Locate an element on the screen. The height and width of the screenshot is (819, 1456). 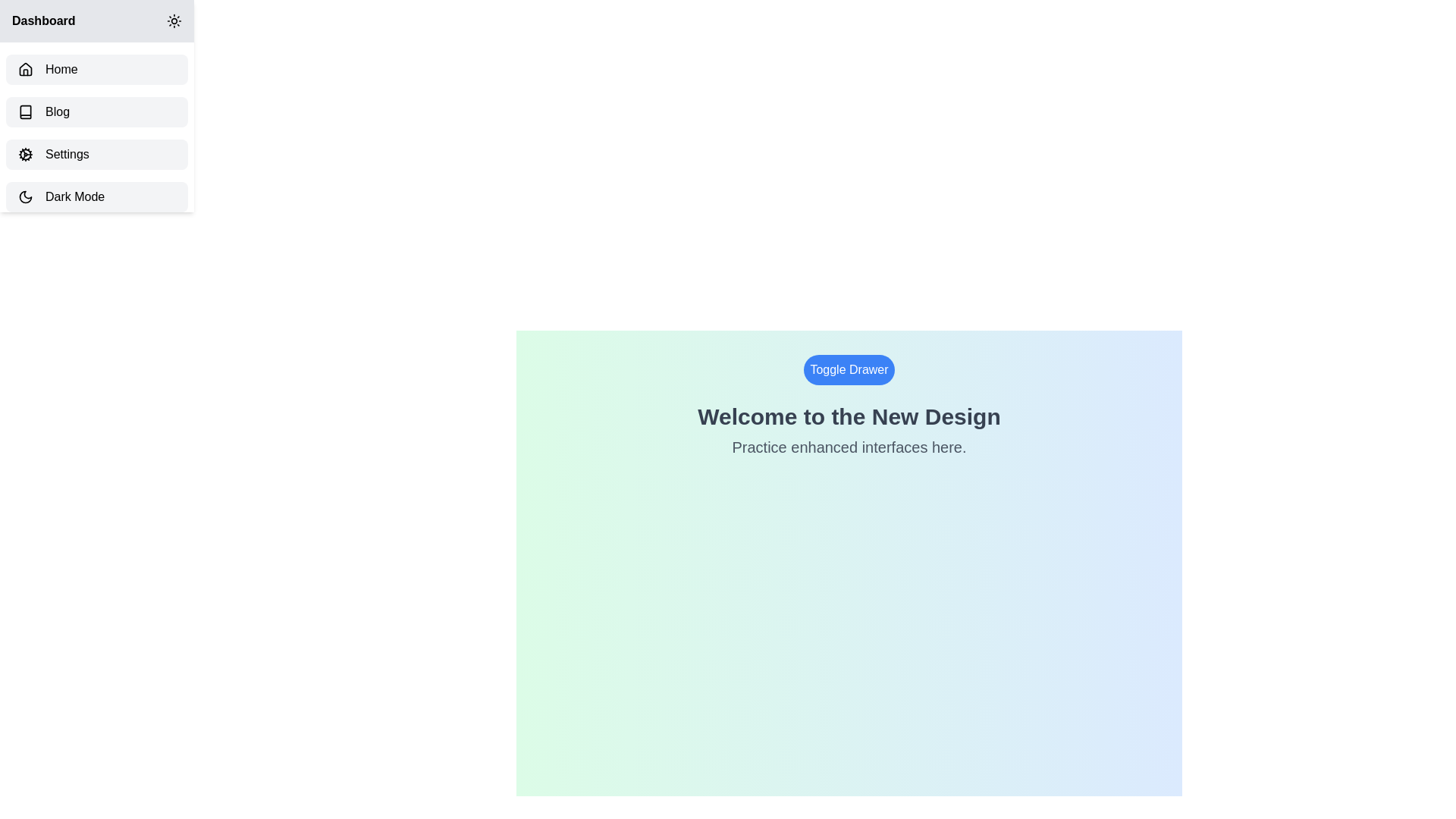
the sidebar item labeled Dark Mode is located at coordinates (96, 196).